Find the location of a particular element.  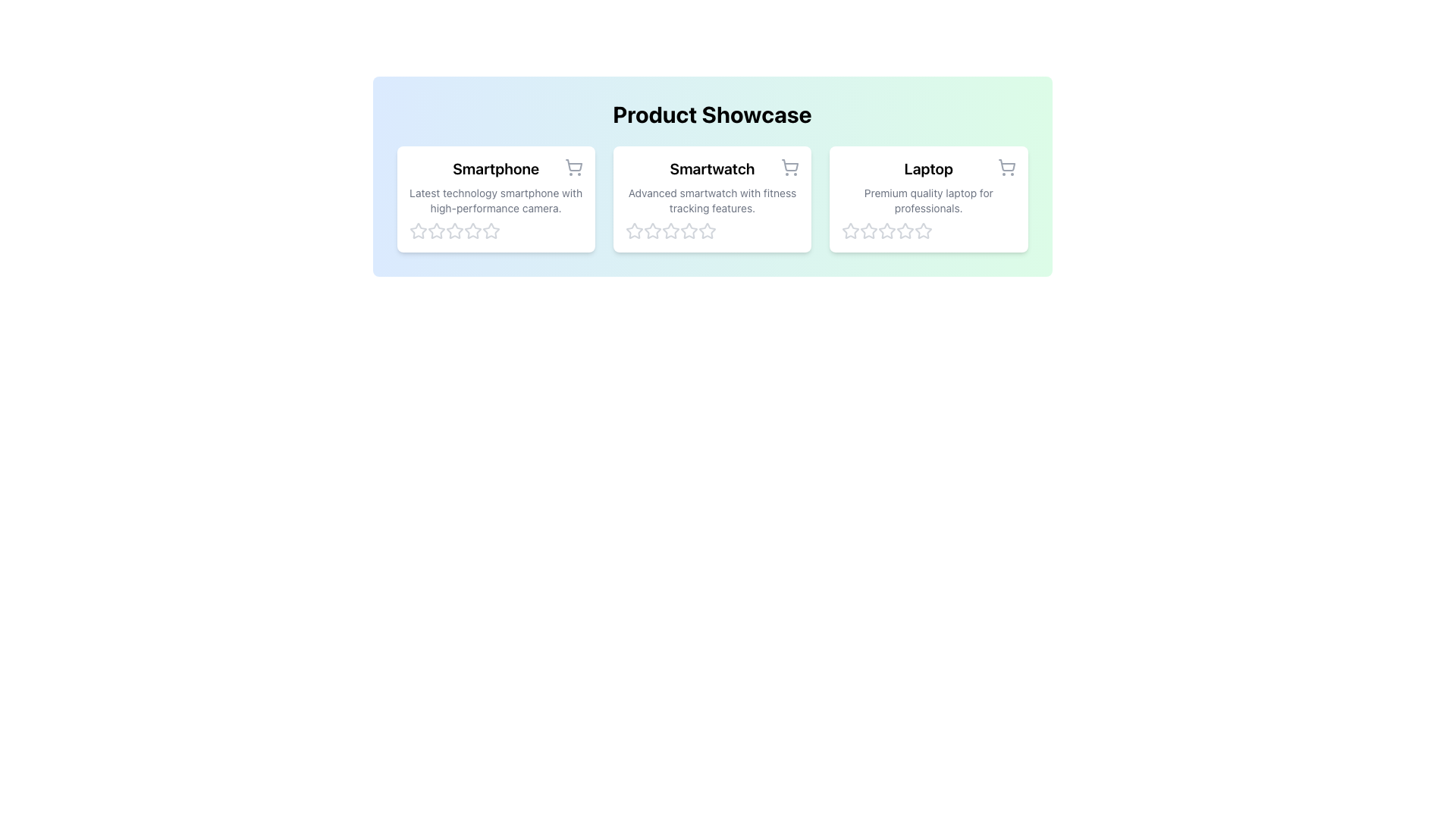

the second star icon in the horizontal row of five stars beneath the 'Smartwatch' card is located at coordinates (634, 231).